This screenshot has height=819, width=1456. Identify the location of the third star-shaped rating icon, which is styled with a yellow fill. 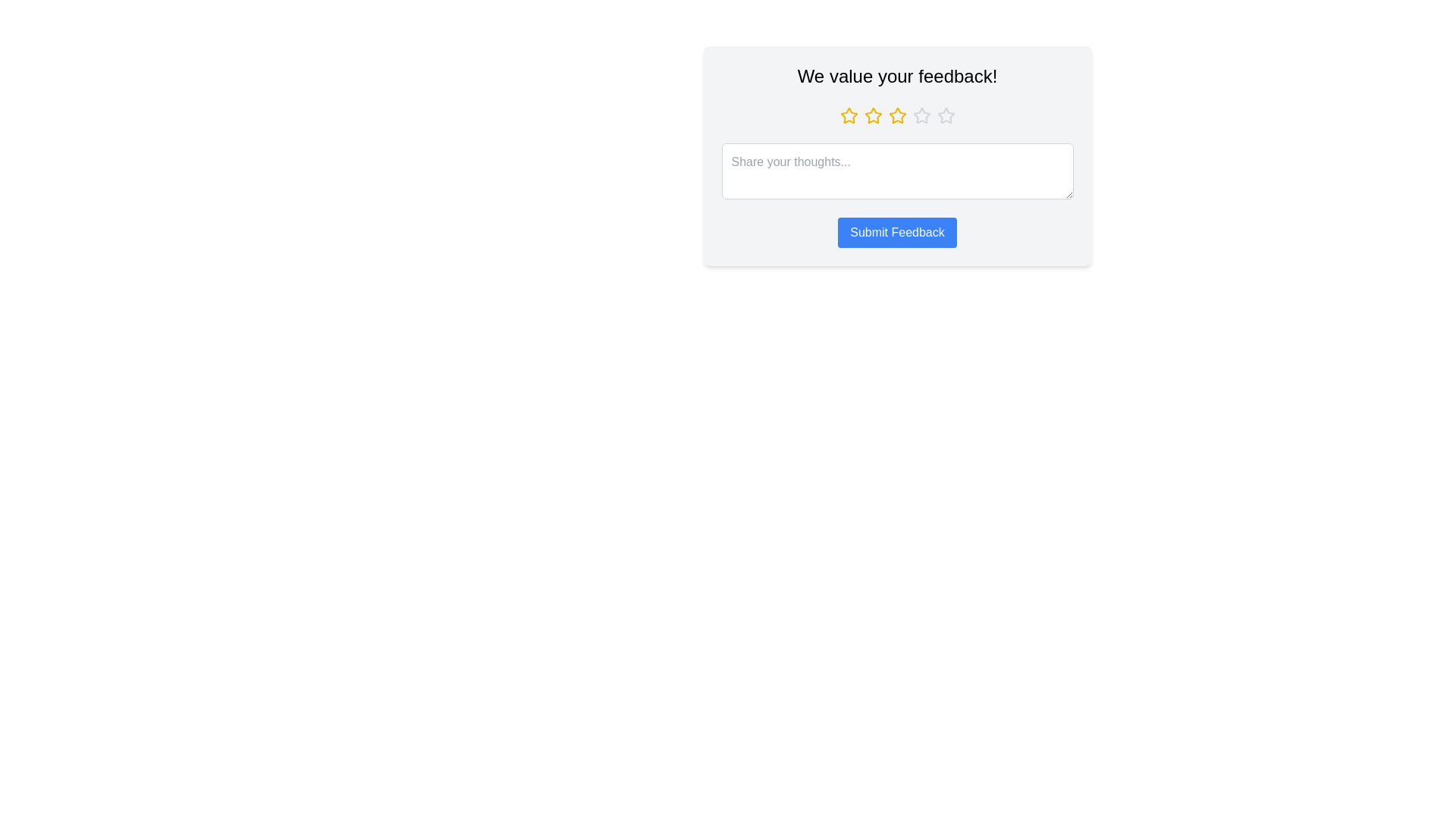
(873, 115).